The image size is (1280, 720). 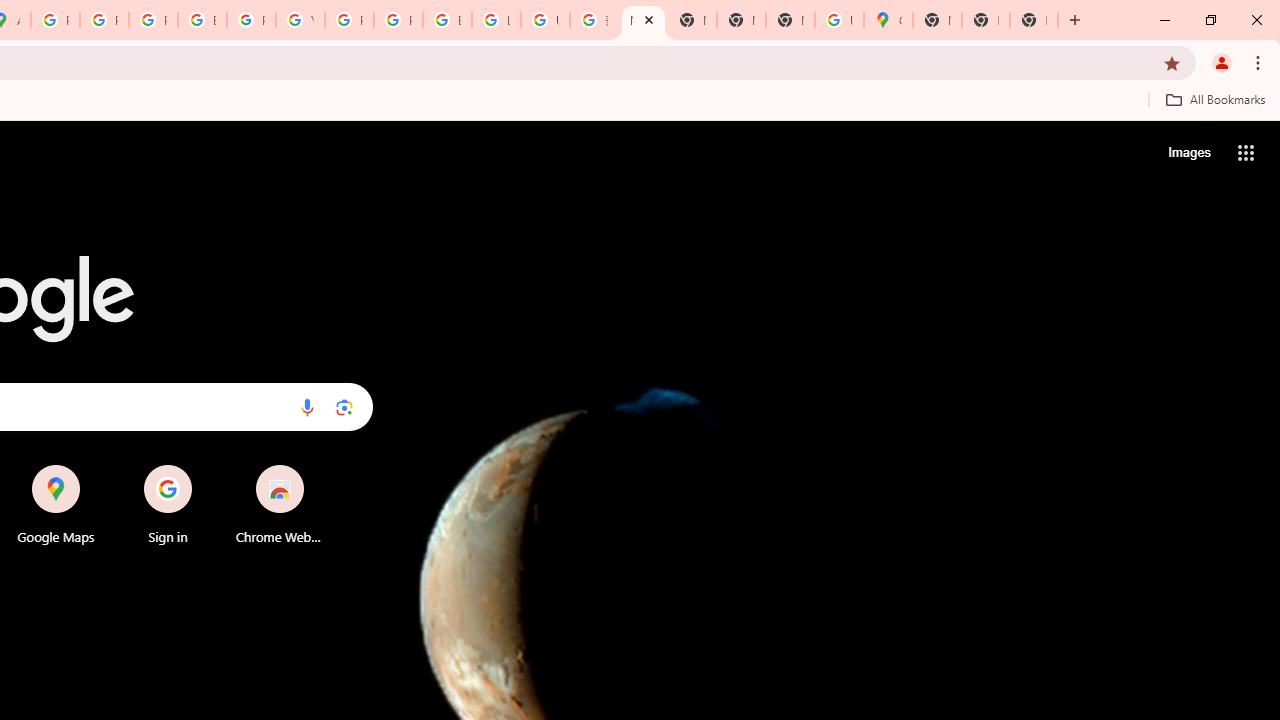 What do you see at coordinates (299, 20) in the screenshot?
I see `'YouTube'` at bounding box center [299, 20].